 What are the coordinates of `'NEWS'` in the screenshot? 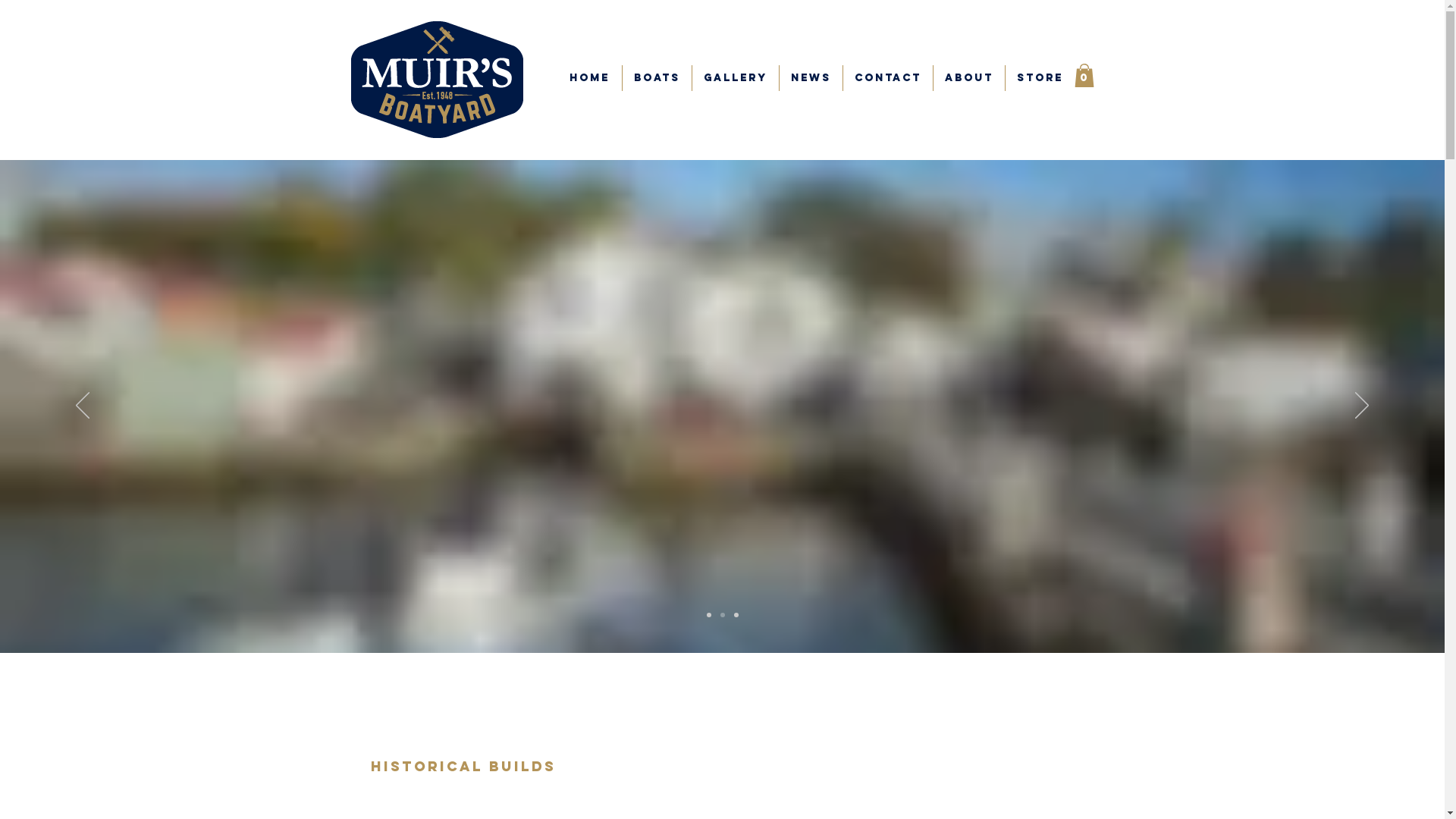 It's located at (810, 78).